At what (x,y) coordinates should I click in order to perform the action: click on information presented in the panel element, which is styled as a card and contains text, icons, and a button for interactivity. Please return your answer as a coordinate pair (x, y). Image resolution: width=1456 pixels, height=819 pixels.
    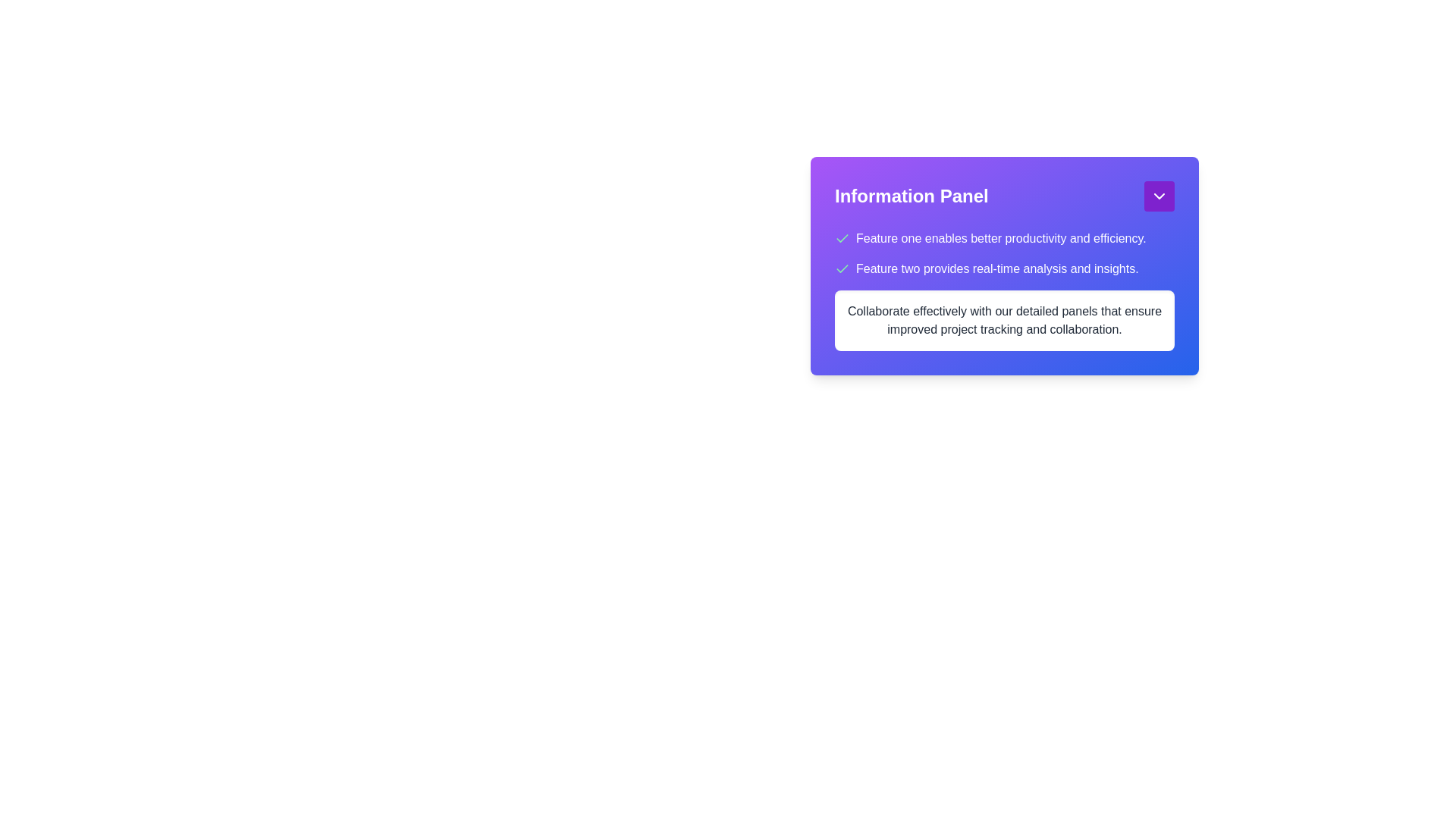
    Looking at the image, I should click on (1004, 280).